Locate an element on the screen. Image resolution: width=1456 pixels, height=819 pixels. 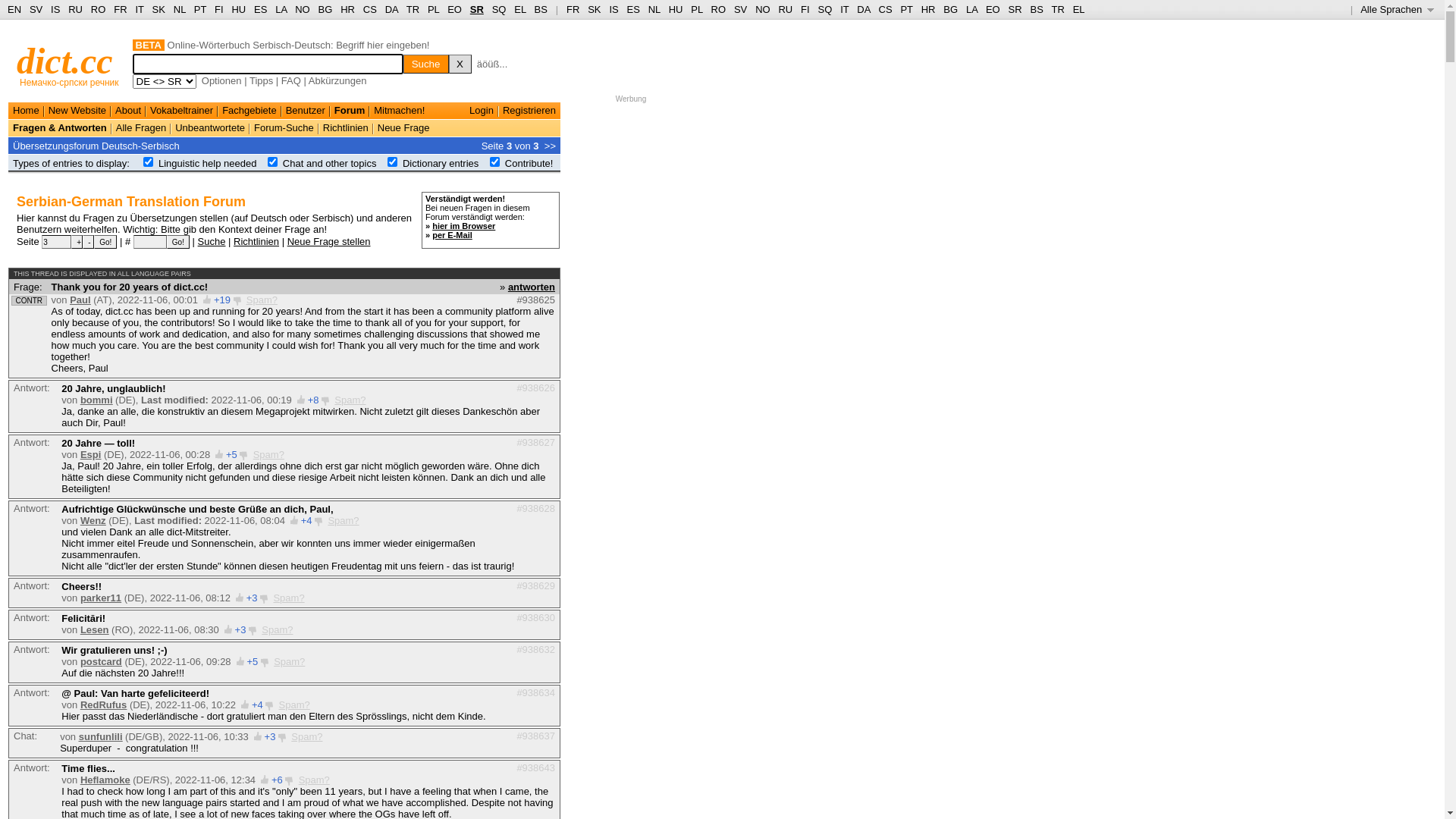
'IT' is located at coordinates (843, 9).